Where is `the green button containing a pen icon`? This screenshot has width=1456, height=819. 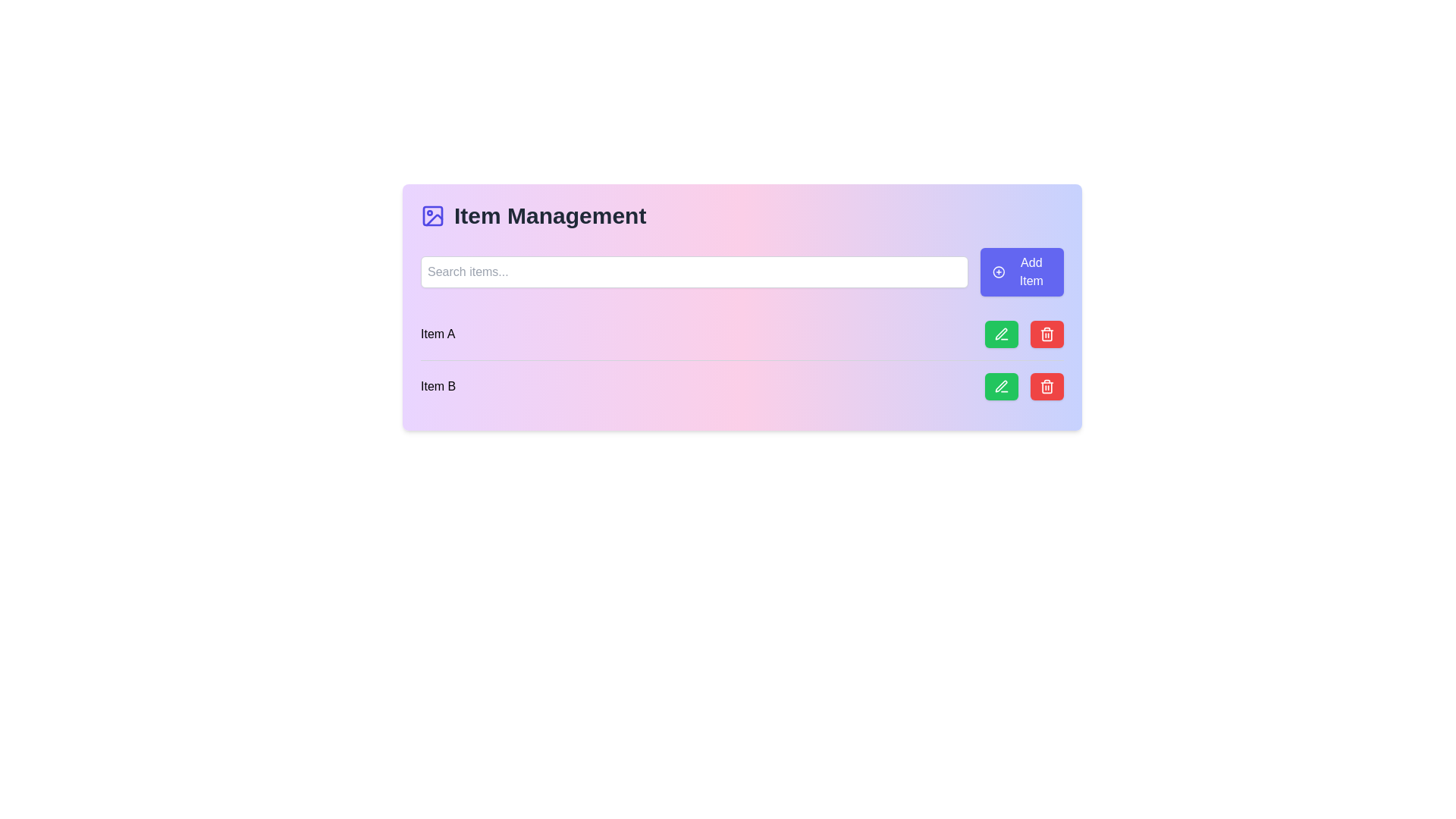
the green button containing a pen icon is located at coordinates (1001, 385).